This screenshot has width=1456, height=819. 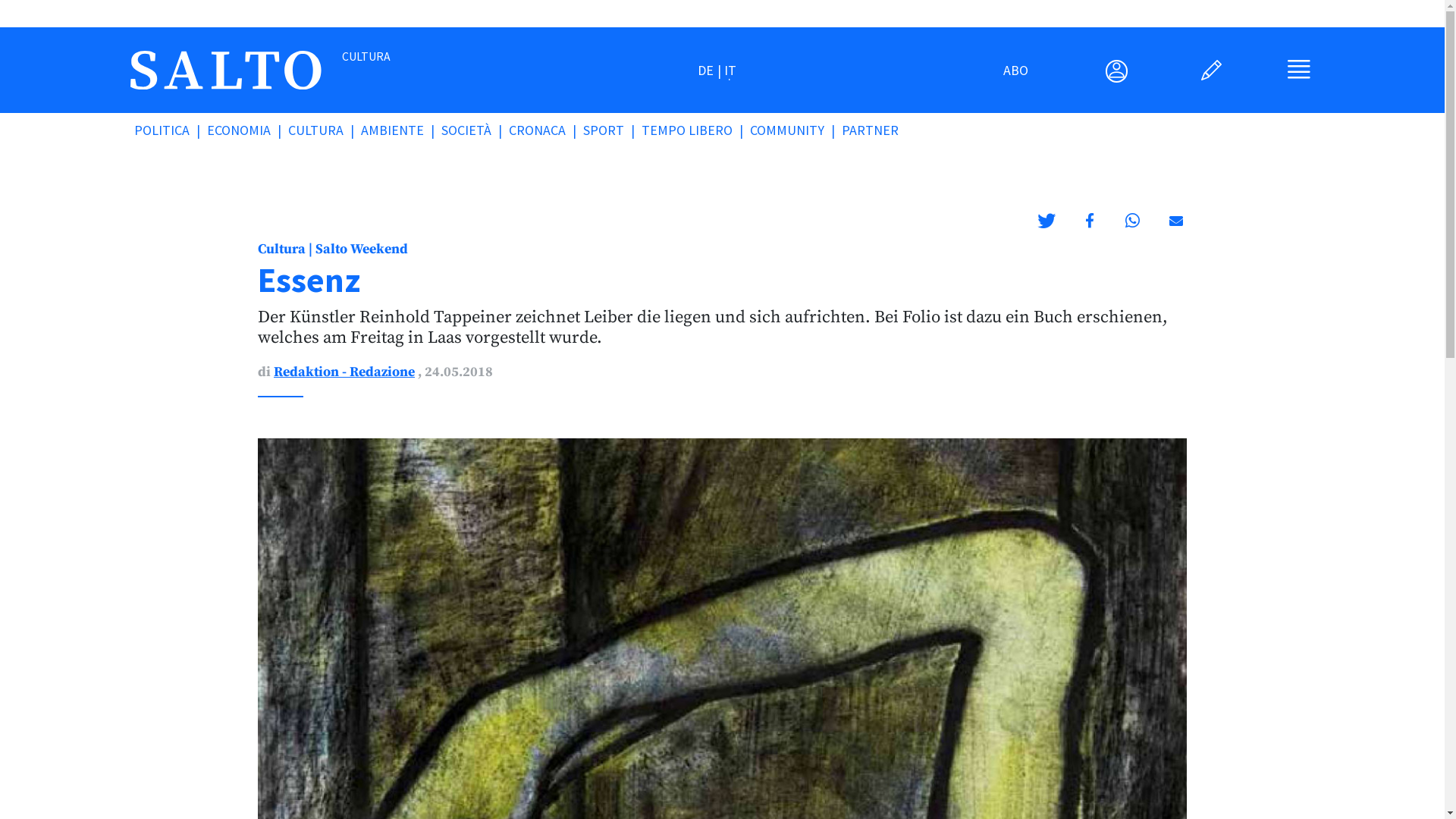 What do you see at coordinates (171, 129) in the screenshot?
I see `'POLITICA'` at bounding box center [171, 129].